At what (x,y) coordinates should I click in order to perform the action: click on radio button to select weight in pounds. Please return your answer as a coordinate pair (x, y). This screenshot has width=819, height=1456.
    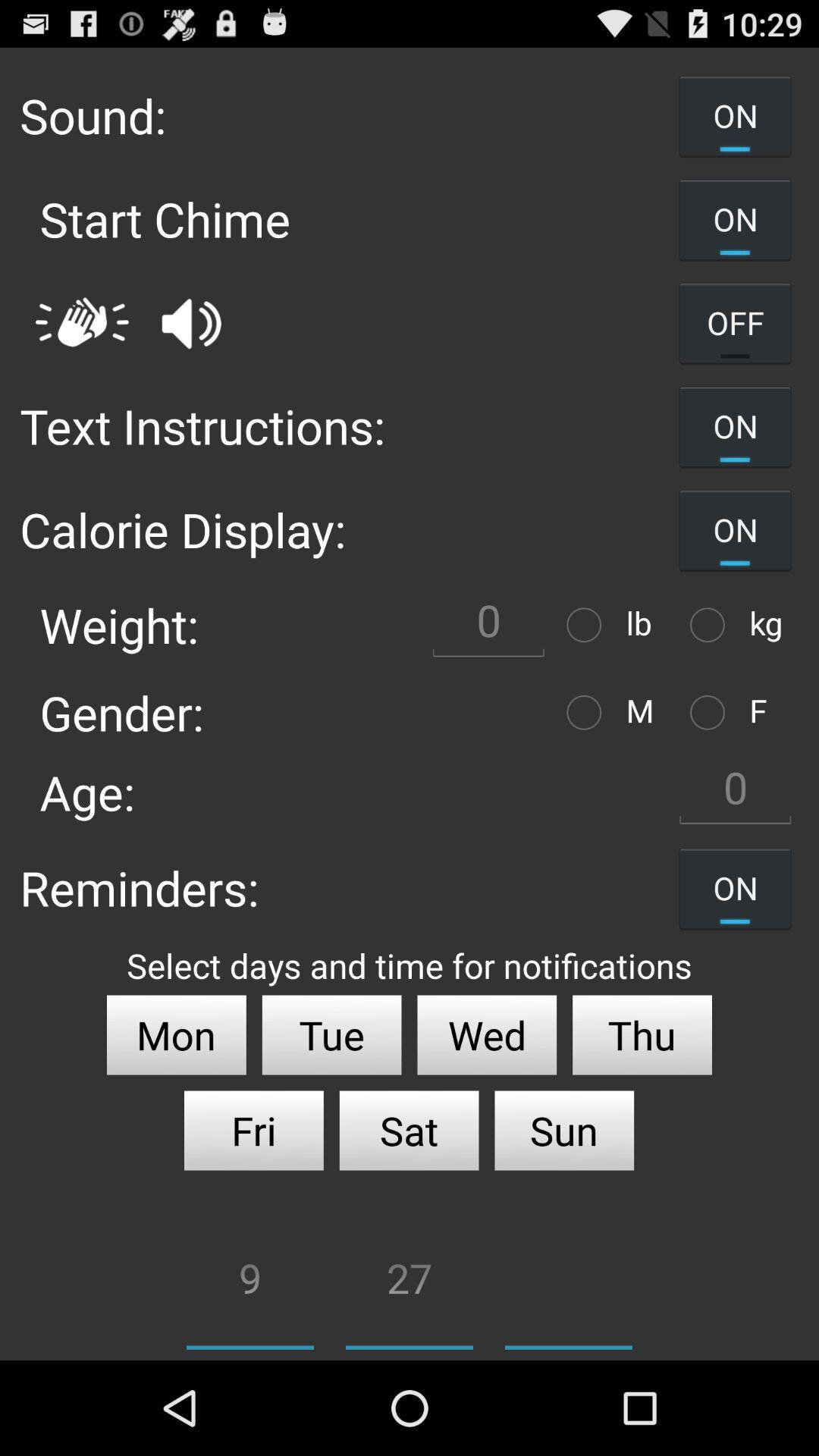
    Looking at the image, I should click on (587, 625).